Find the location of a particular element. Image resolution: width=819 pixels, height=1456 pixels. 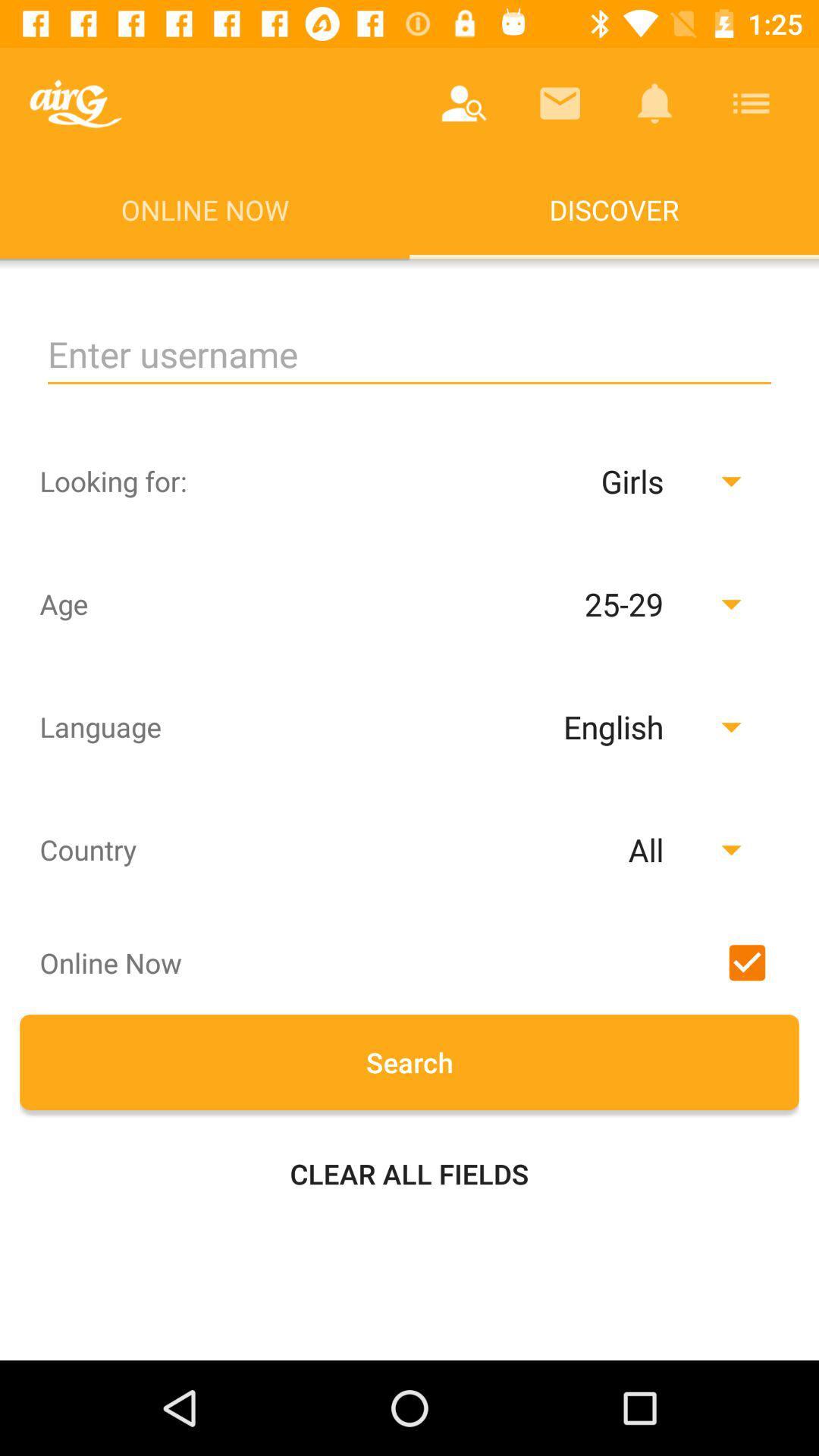

item above online now app is located at coordinates (75, 102).